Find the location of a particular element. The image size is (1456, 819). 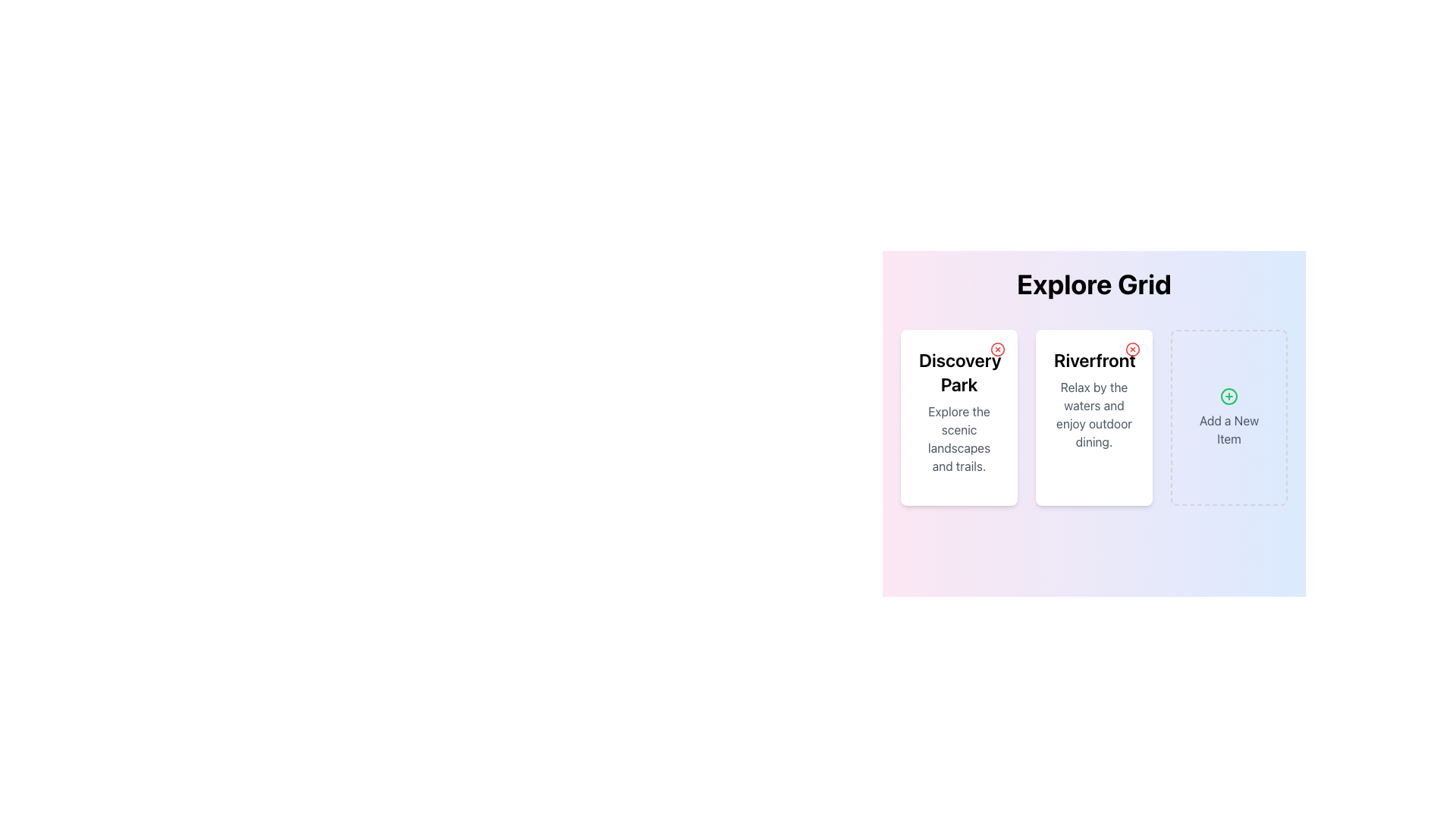

the circular outline within the plus sign icon, which is located inside the third card of the grid layout representing 'Add a New Item' functionality is located at coordinates (1229, 396).